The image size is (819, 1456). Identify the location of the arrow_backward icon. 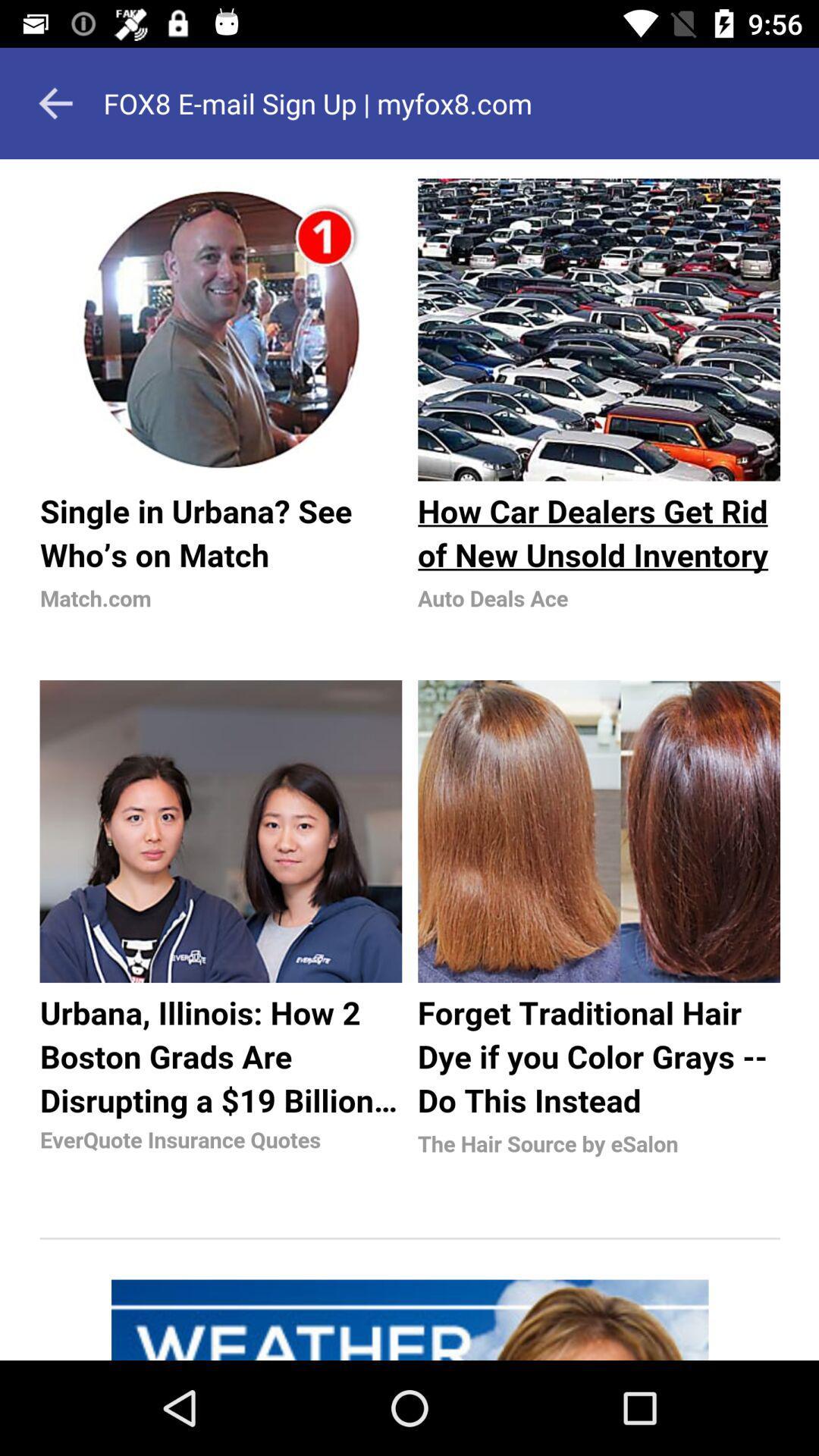
(55, 102).